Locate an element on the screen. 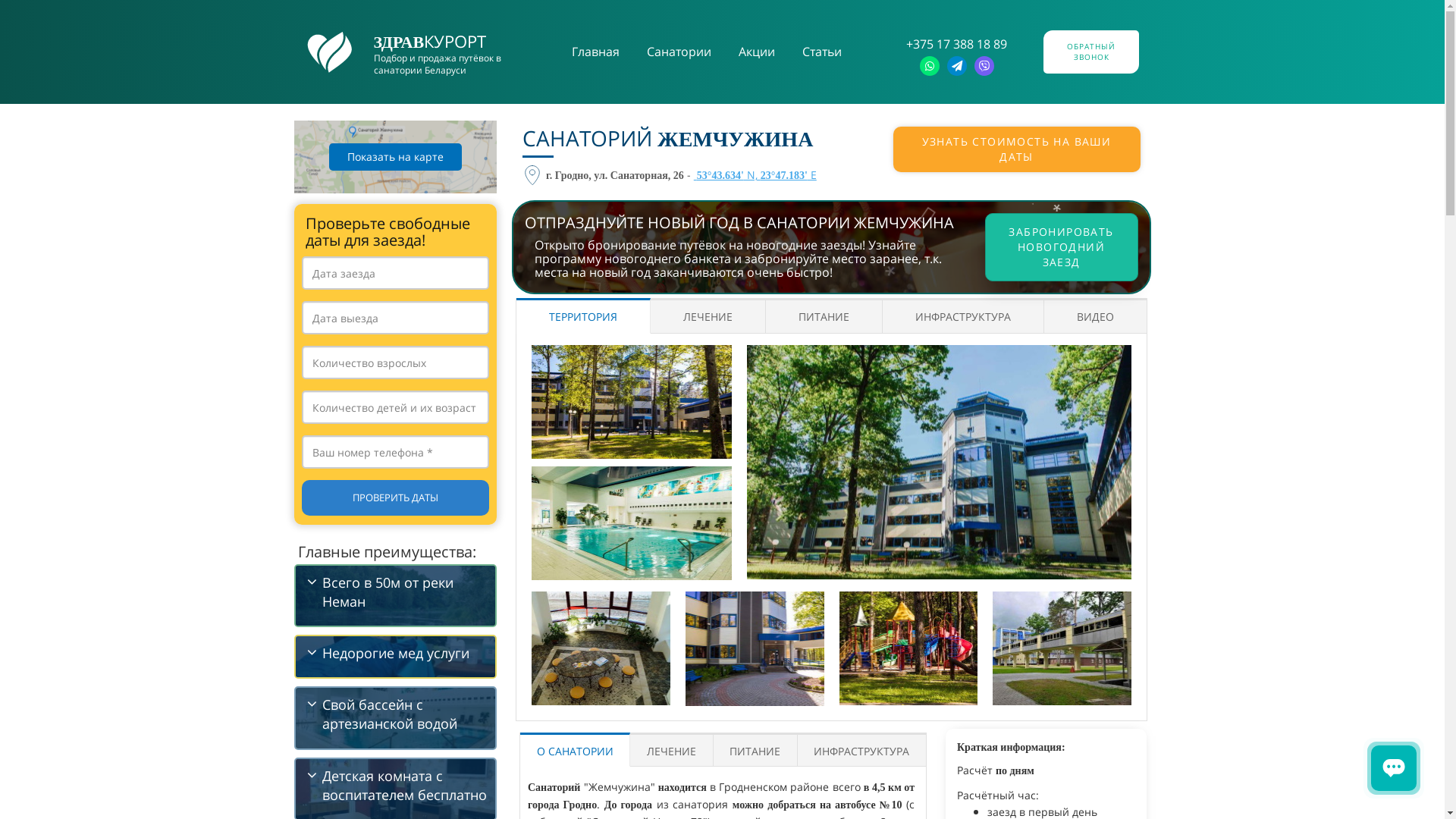 The image size is (1456, 819). '+375 17 388 18 89' is located at coordinates (955, 42).